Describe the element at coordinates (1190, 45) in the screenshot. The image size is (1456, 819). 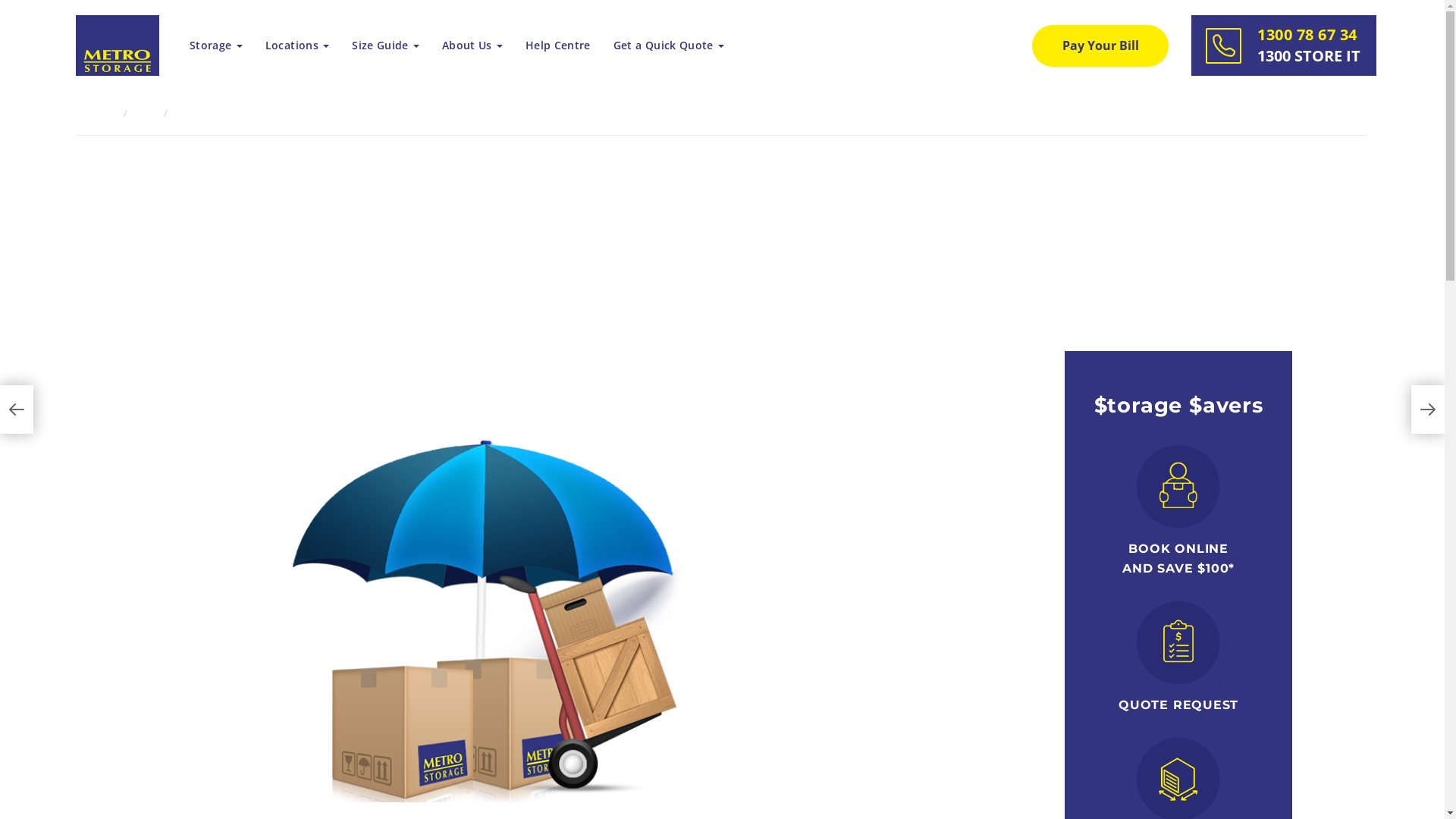
I see `'1300 78 67 34` at that location.